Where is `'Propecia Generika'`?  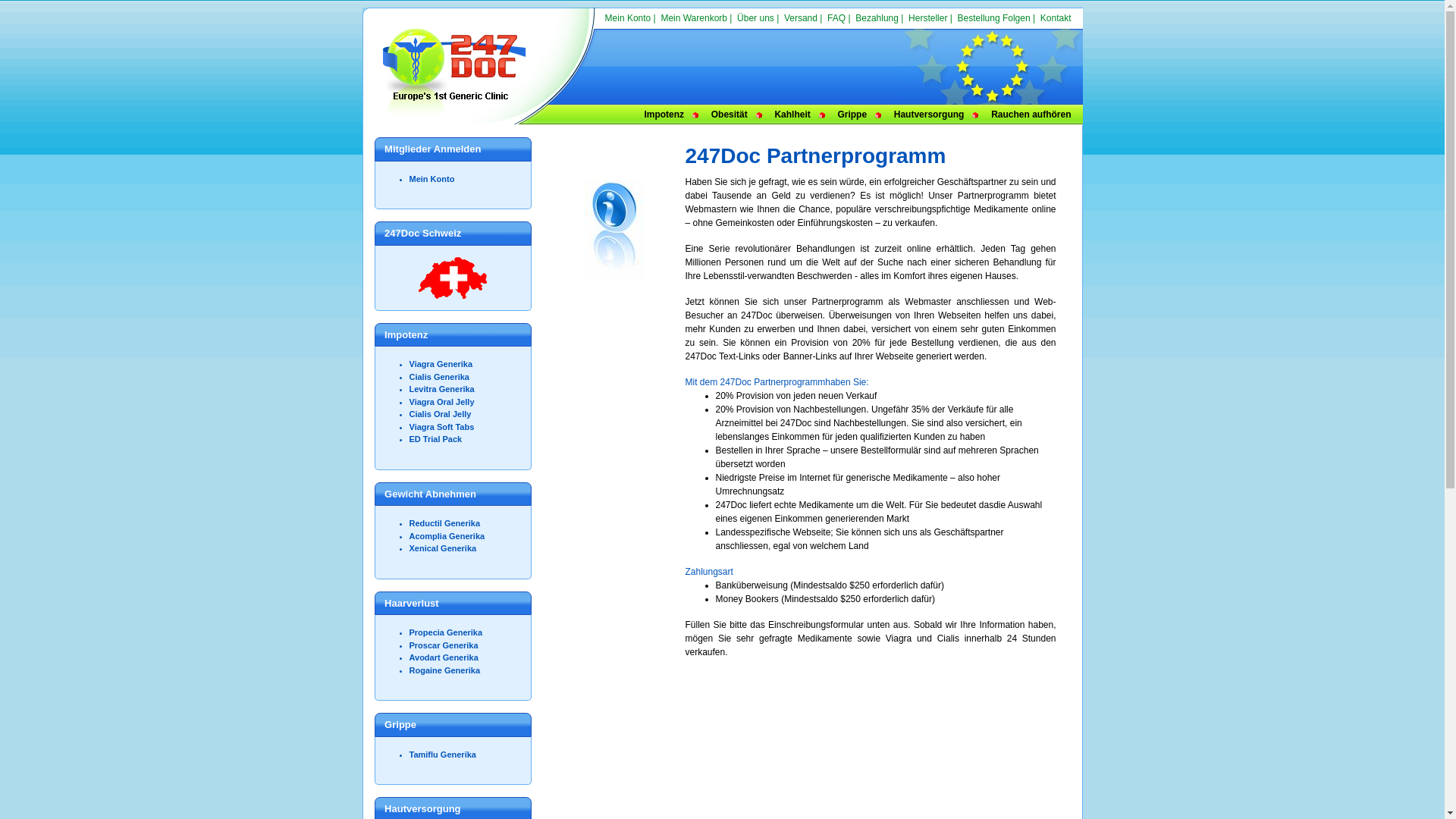
'Propecia Generika' is located at coordinates (445, 632).